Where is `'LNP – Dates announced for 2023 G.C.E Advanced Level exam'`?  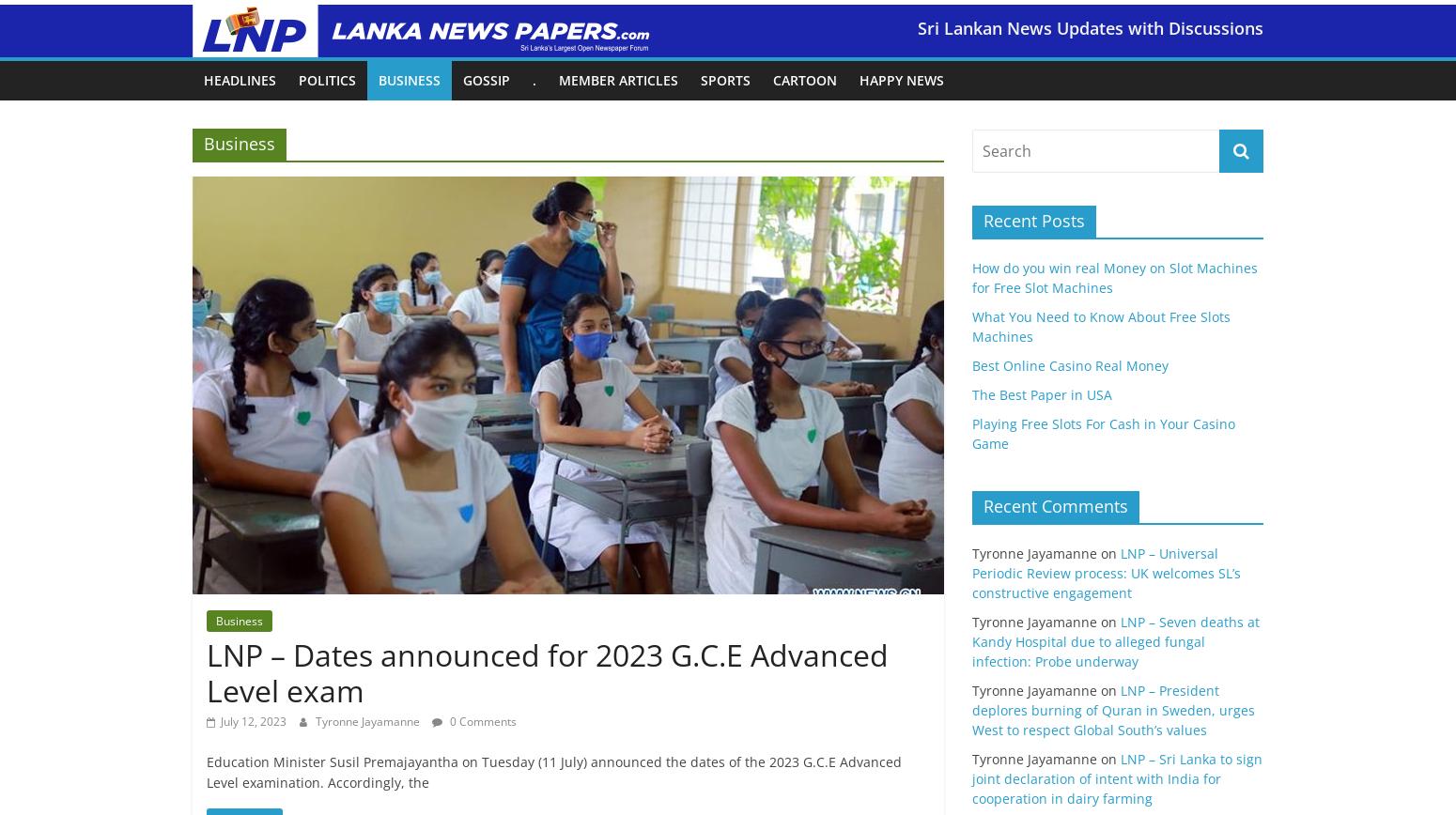
'LNP – Dates announced for 2023 G.C.E Advanced Level exam' is located at coordinates (547, 671).